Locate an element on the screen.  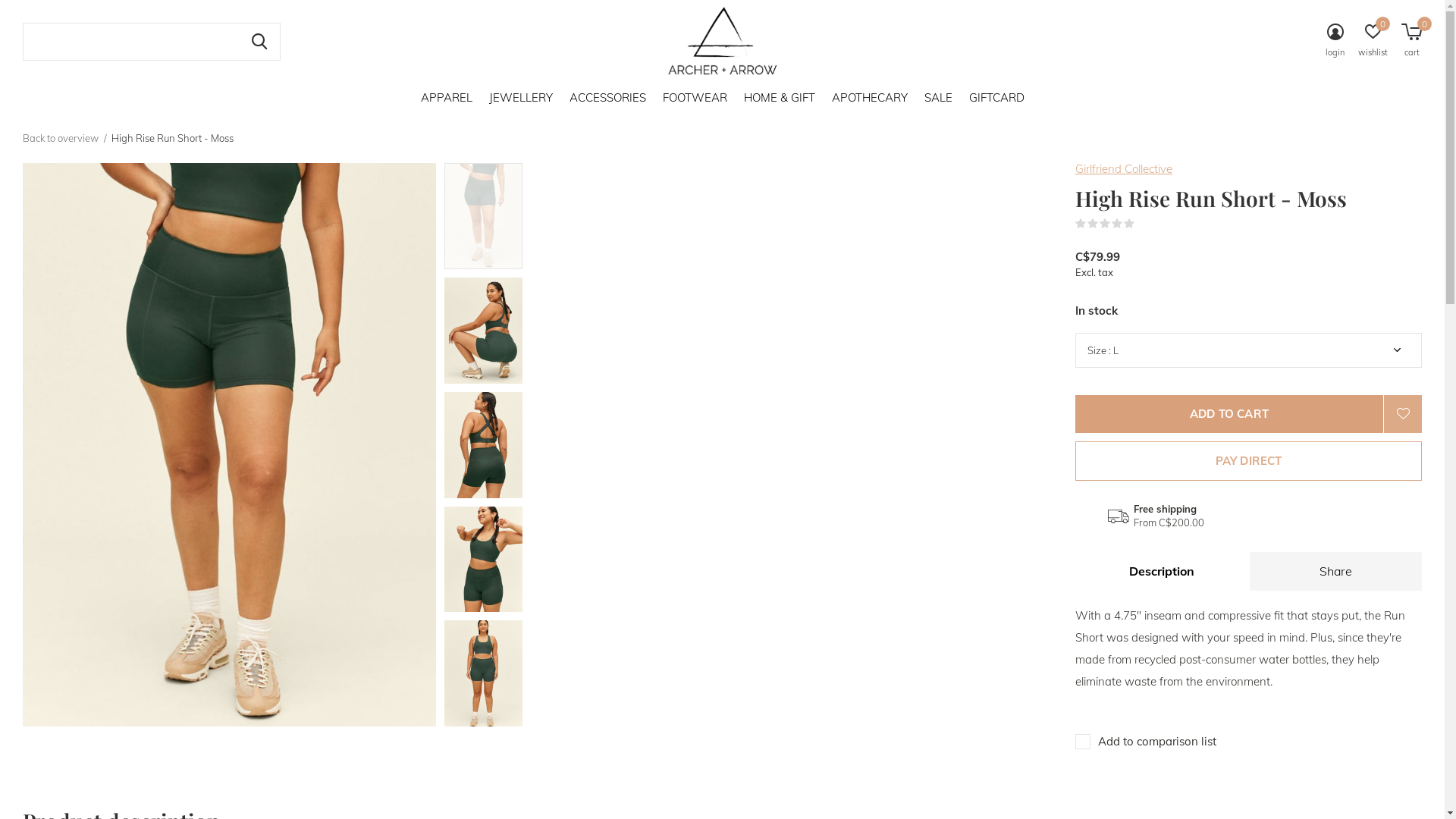
'APOTHECARY' is located at coordinates (869, 96).